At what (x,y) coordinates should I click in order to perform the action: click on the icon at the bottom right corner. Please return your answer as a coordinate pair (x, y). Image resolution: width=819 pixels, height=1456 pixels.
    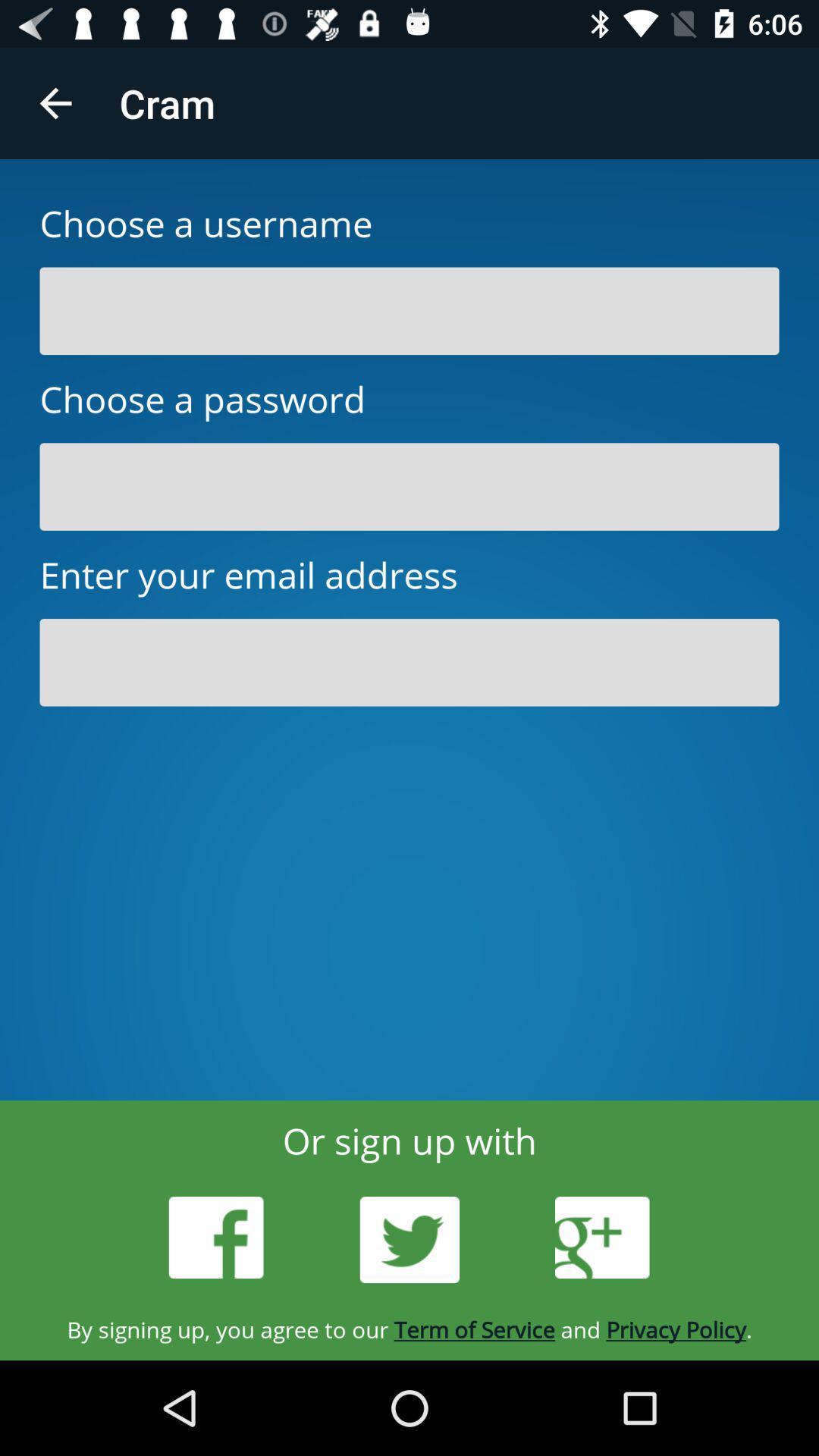
    Looking at the image, I should click on (601, 1238).